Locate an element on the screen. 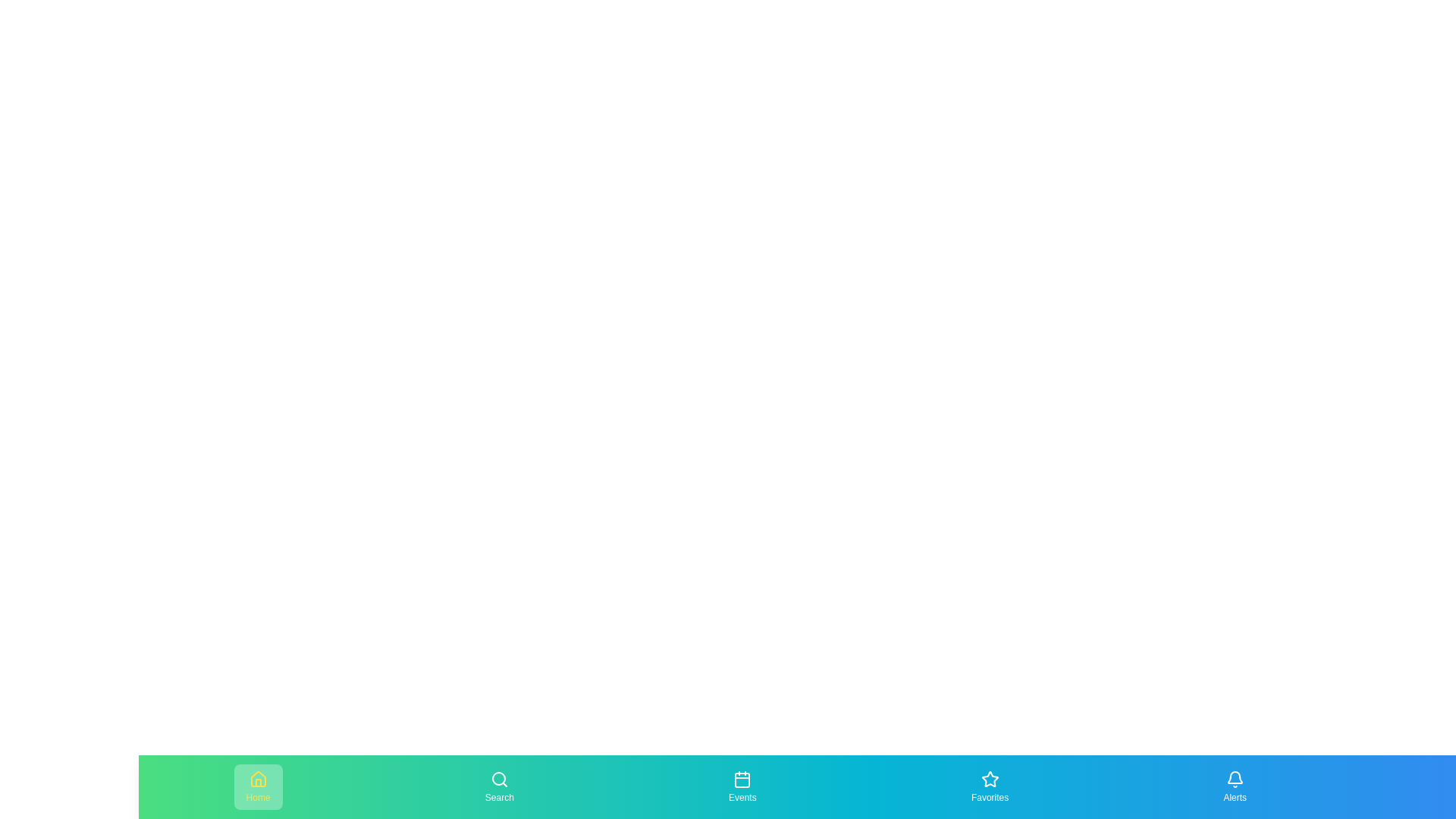 This screenshot has height=819, width=1456. the navigation item Search is located at coordinates (498, 786).